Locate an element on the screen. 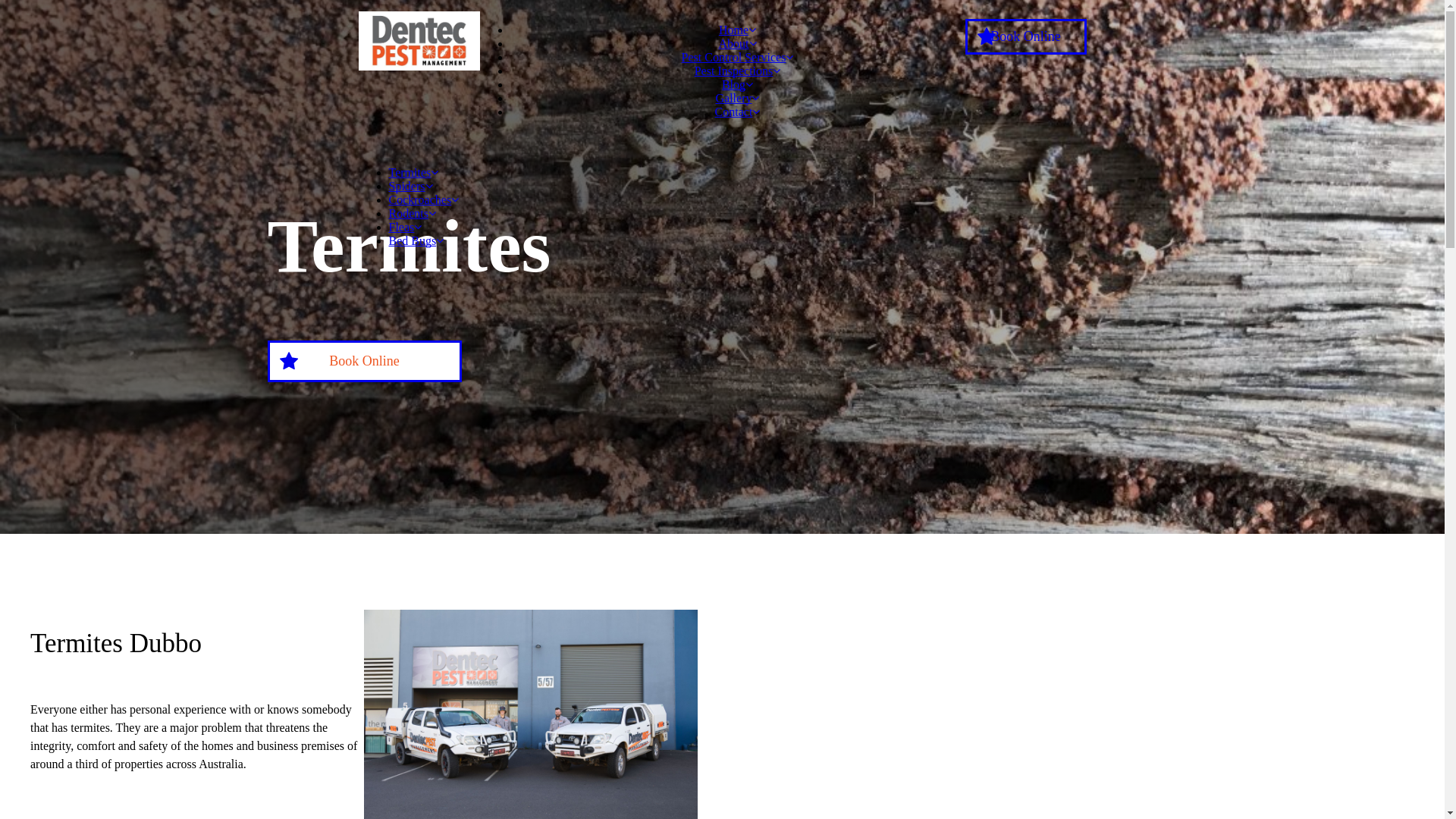 The width and height of the screenshot is (1456, 819). 'Gallery' is located at coordinates (738, 98).